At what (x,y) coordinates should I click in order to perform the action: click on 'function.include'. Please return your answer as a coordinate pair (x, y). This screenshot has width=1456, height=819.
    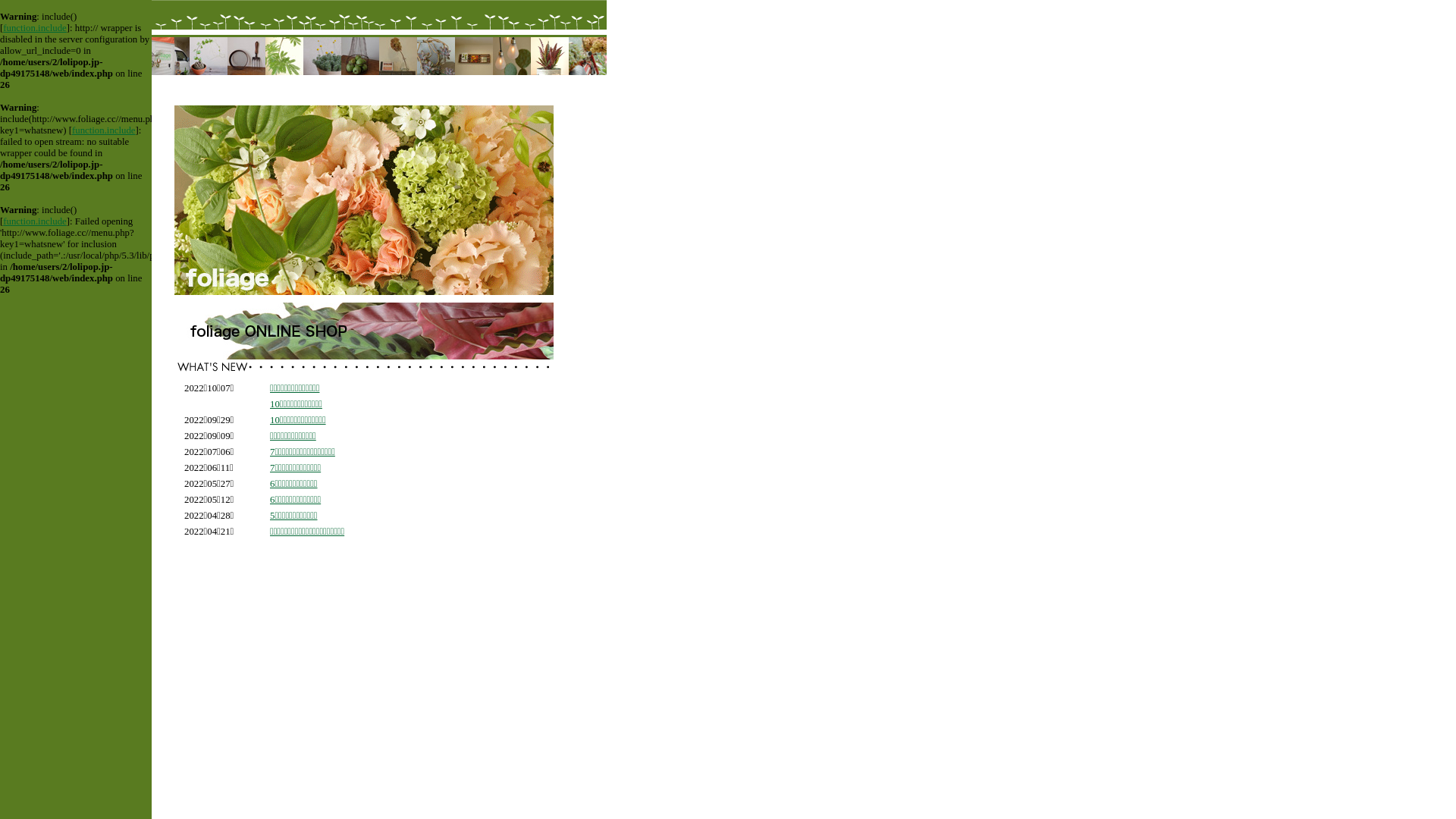
    Looking at the image, I should click on (3, 28).